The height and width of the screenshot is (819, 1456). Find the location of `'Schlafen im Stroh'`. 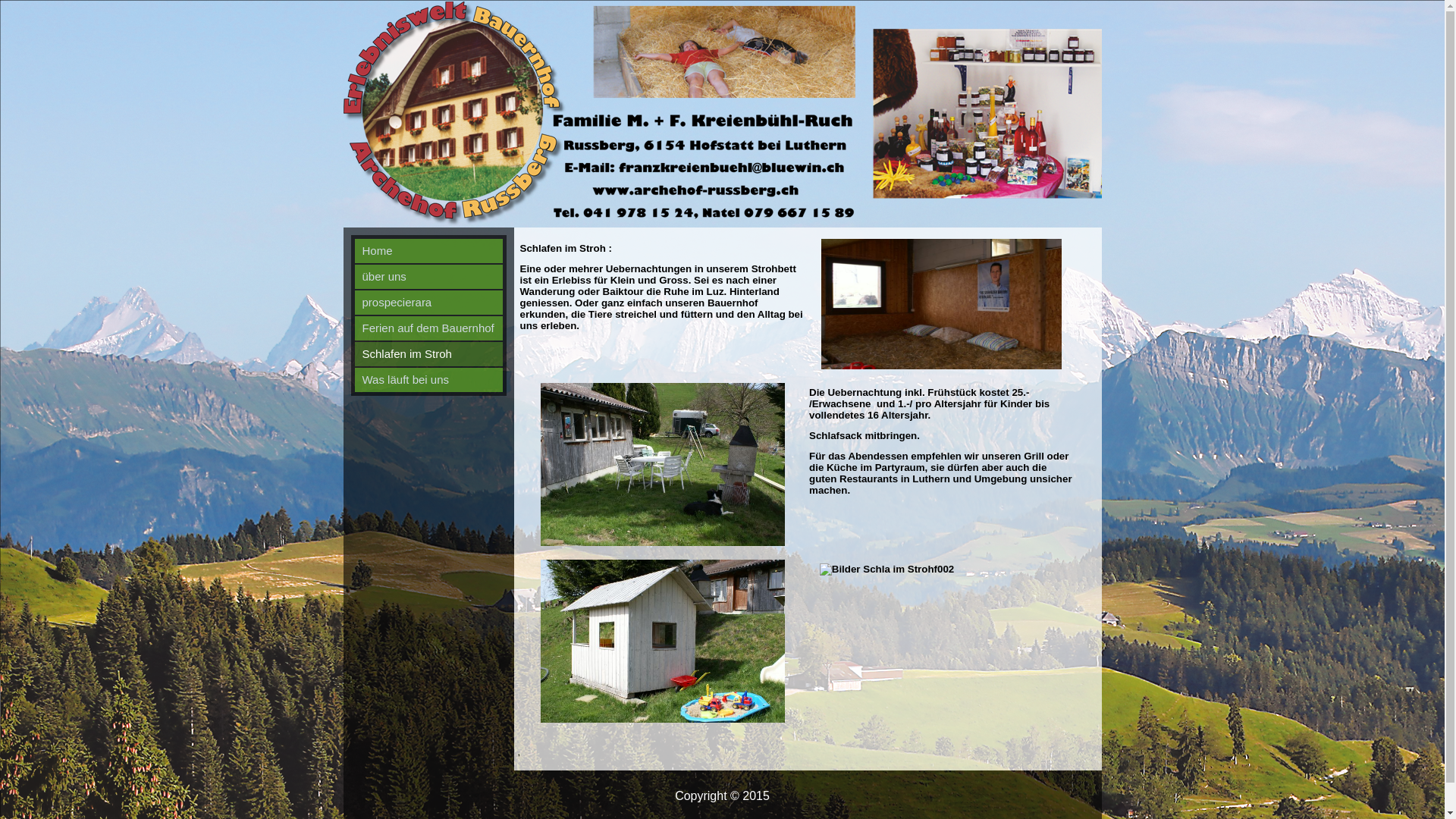

'Schlafen im Stroh' is located at coordinates (353, 353).